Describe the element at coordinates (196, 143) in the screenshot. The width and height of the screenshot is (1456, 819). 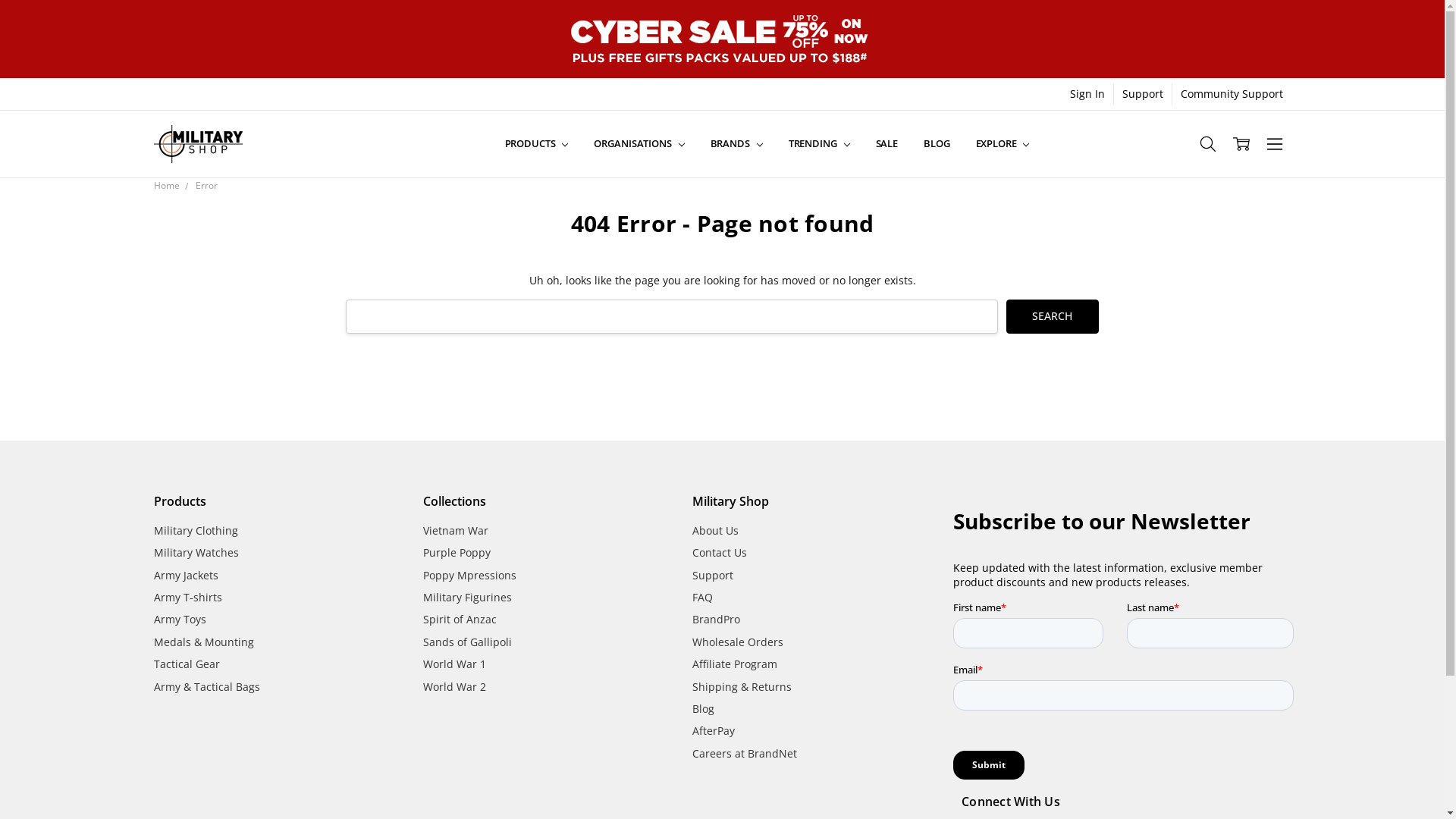
I see `'Military Shop'` at that location.